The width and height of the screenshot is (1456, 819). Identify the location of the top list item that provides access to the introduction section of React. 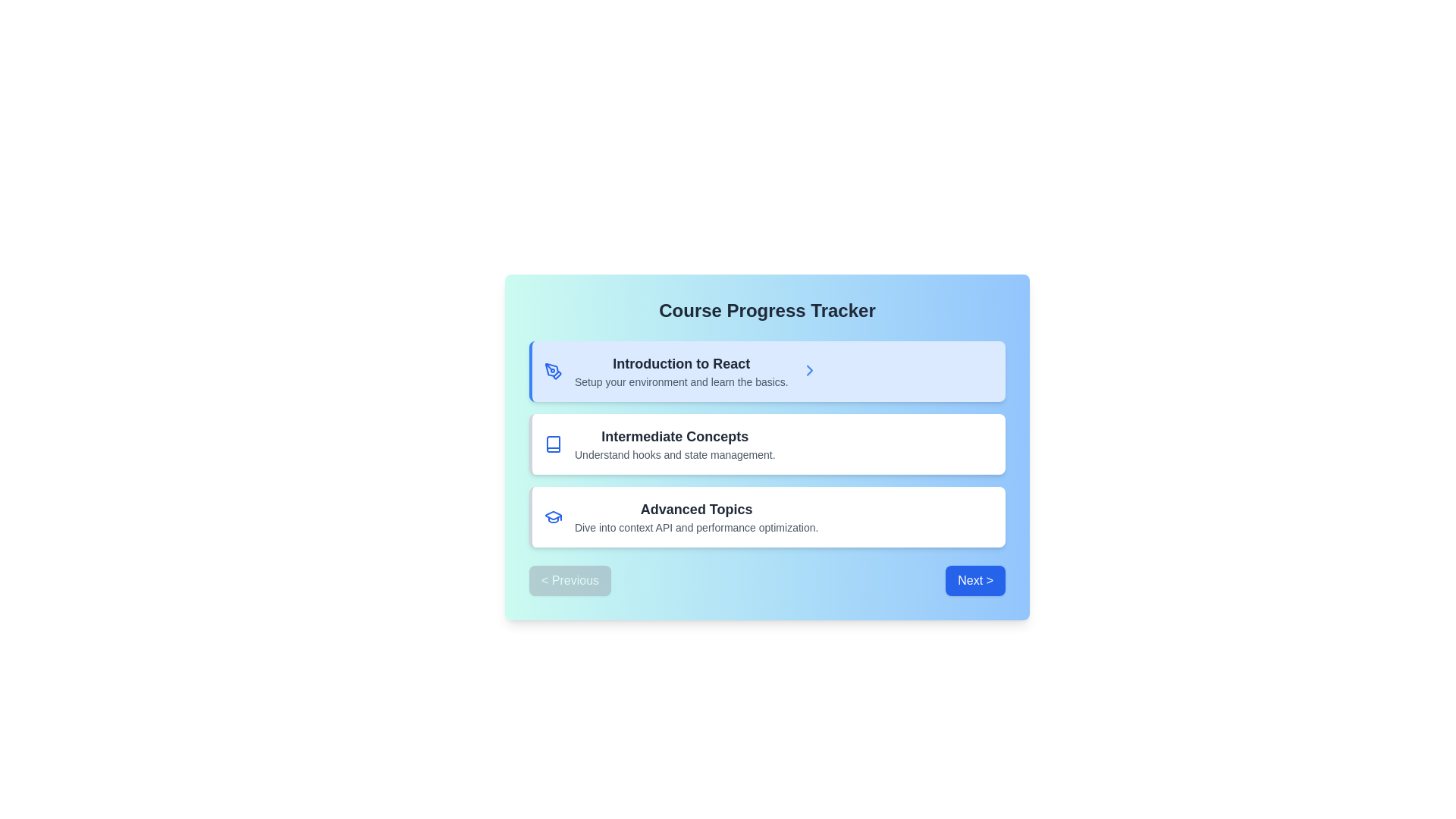
(768, 371).